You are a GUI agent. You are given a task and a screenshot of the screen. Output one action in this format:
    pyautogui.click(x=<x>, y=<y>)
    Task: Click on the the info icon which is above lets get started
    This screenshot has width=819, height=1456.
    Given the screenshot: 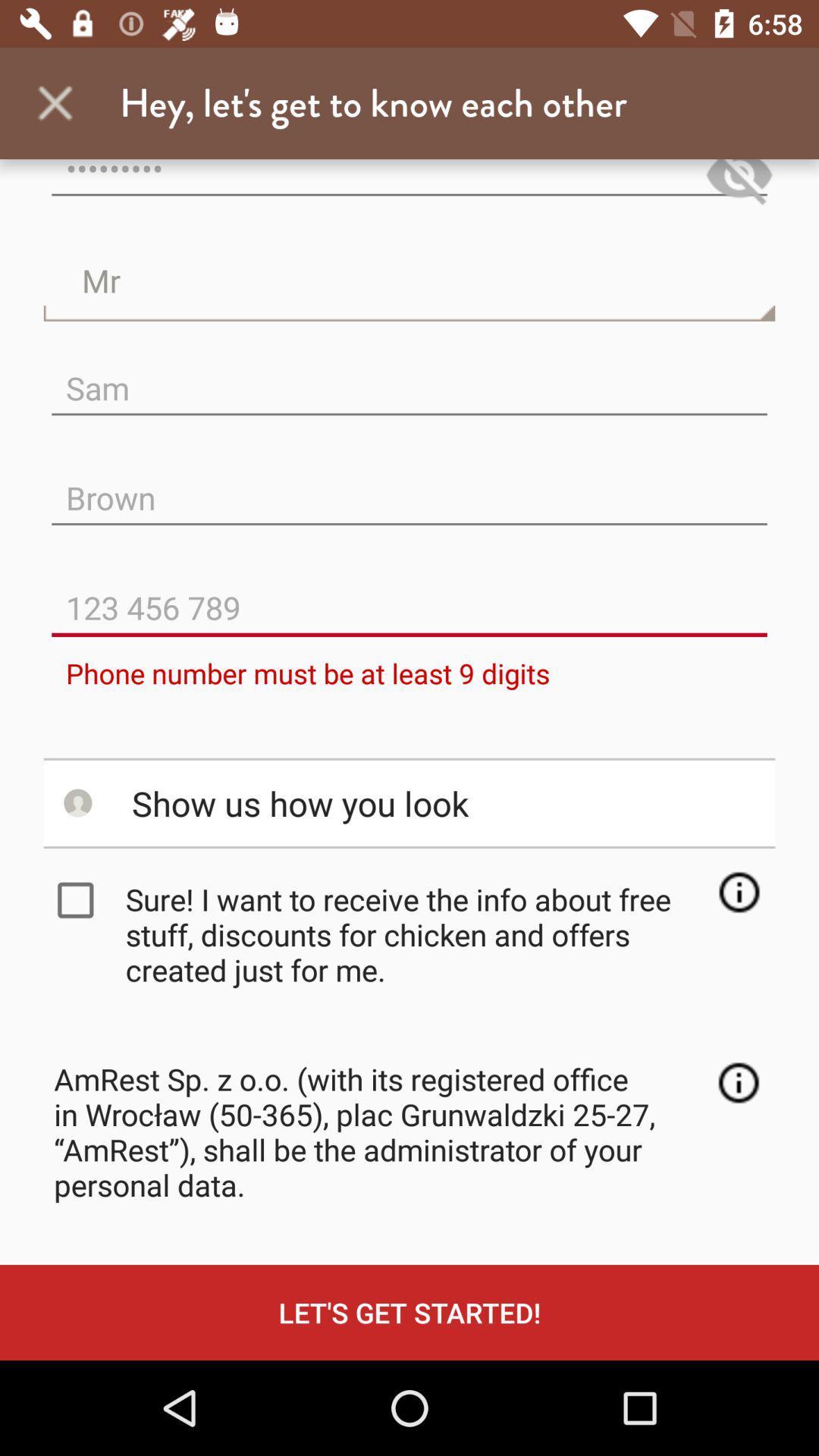 What is the action you would take?
    pyautogui.click(x=738, y=1082)
    